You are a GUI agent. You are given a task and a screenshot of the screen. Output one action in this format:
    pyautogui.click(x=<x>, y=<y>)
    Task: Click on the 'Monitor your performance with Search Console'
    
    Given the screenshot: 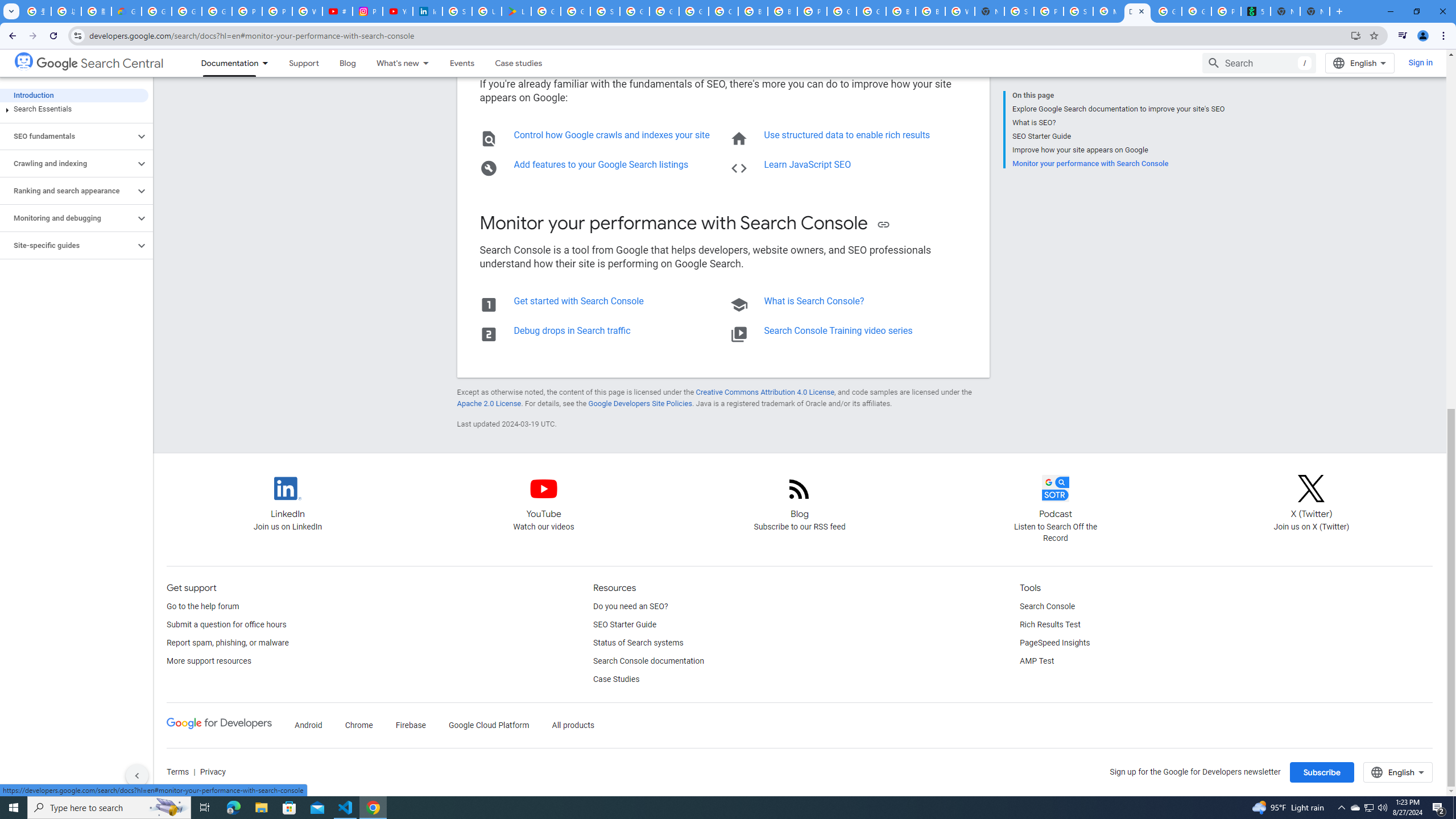 What is the action you would take?
    pyautogui.click(x=1118, y=163)
    